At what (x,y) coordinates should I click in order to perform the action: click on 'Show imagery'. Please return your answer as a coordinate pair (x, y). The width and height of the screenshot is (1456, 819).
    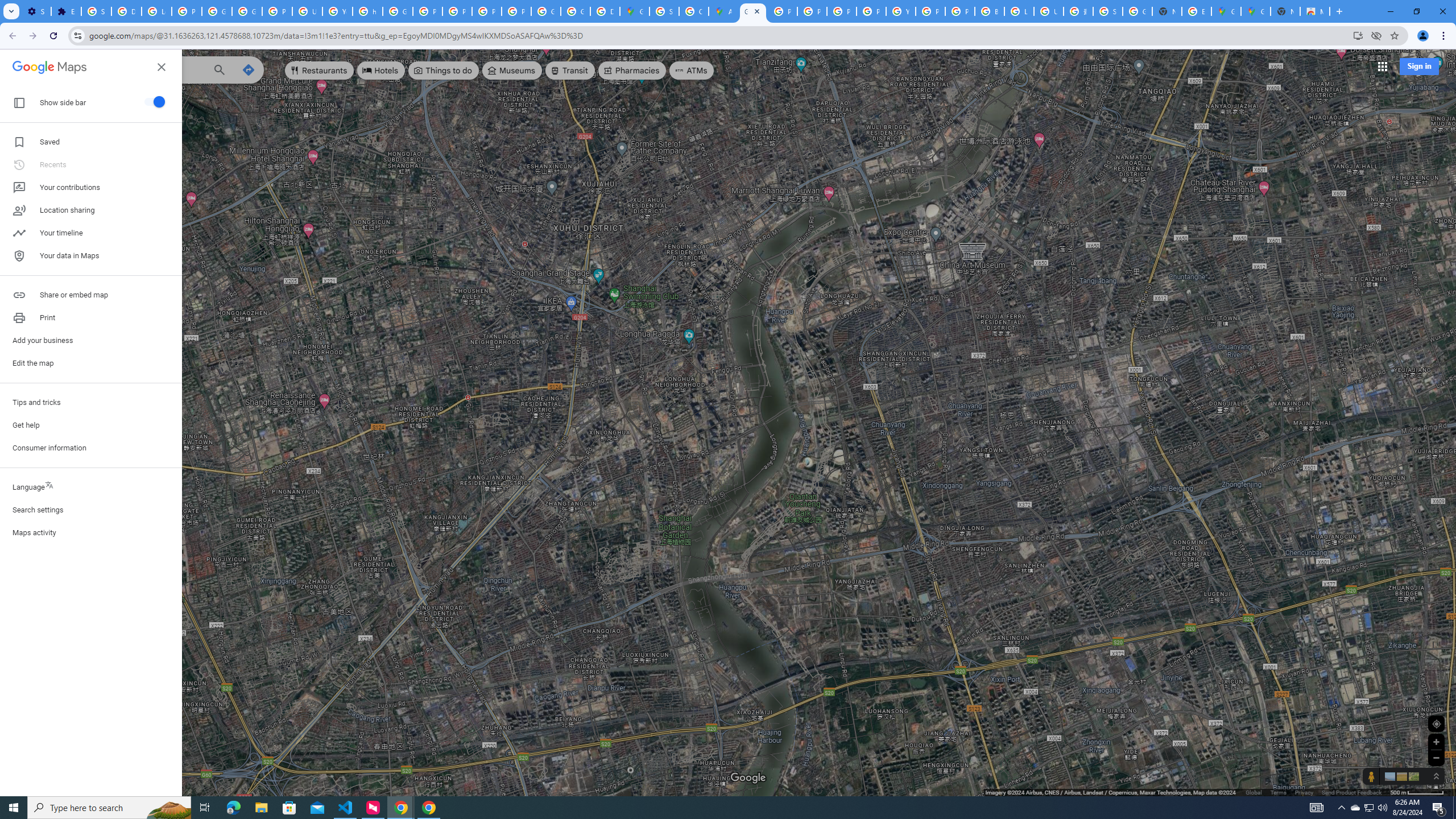
    Looking at the image, I should click on (1412, 776).